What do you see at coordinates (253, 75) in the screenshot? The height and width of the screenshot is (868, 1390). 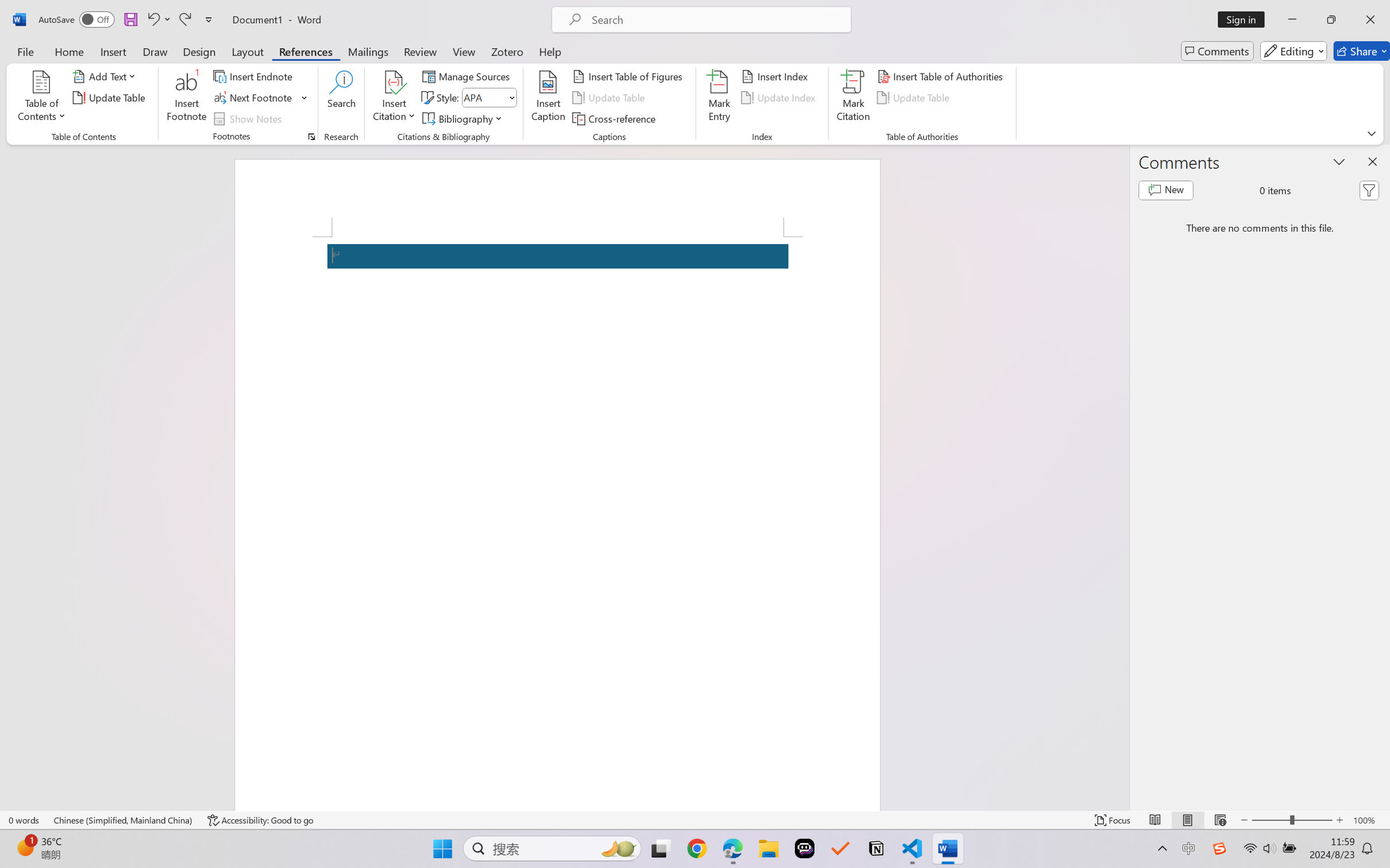 I see `'Insert Endnote'` at bounding box center [253, 75].